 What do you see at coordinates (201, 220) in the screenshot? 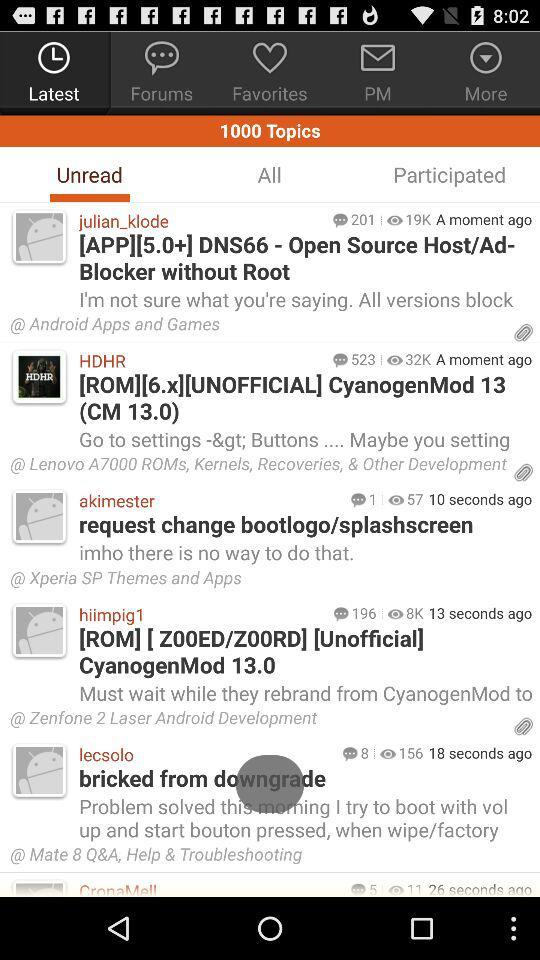
I see `julian_klode icon` at bounding box center [201, 220].